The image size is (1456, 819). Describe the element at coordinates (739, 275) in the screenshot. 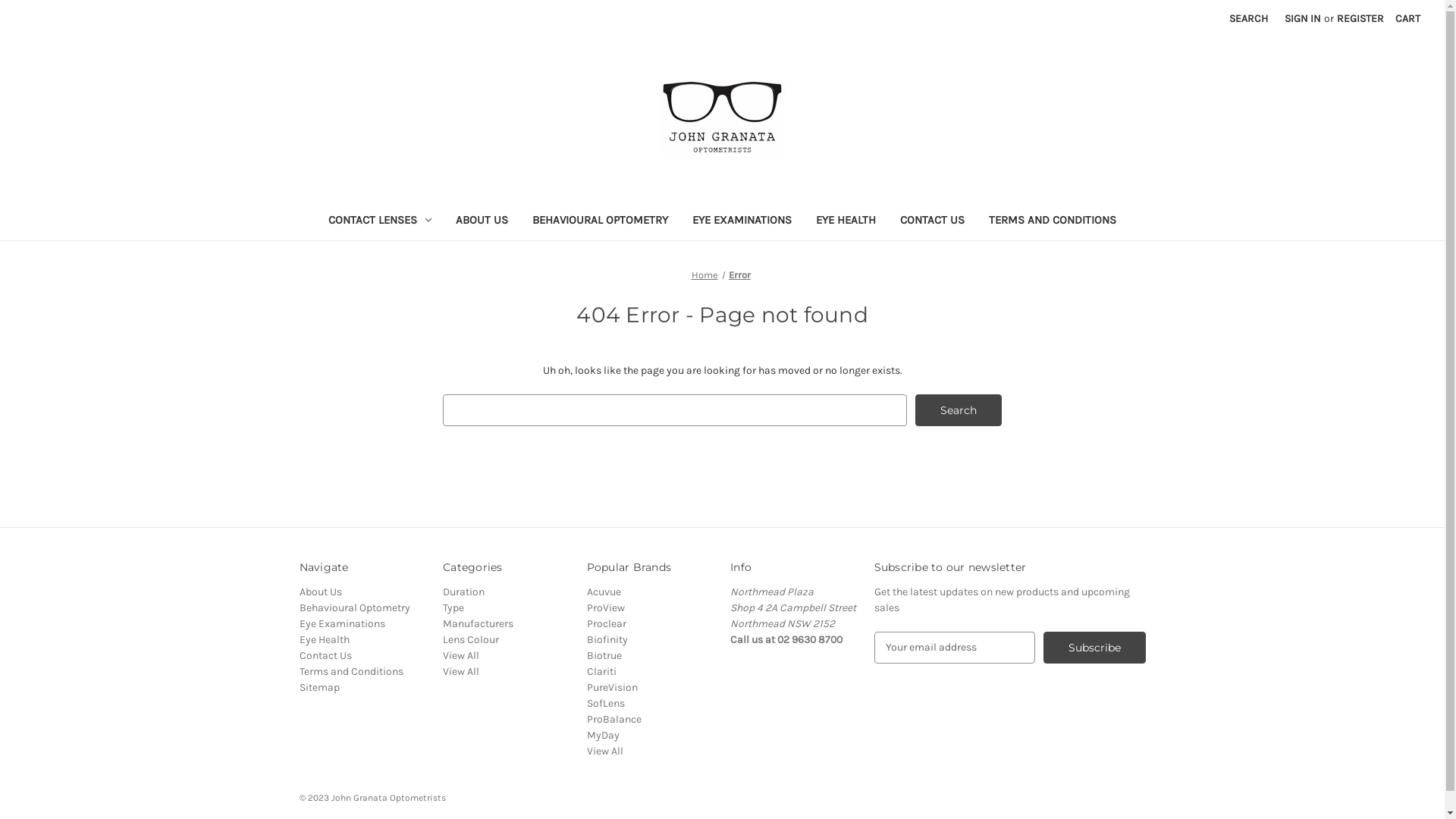

I see `'Error'` at that location.